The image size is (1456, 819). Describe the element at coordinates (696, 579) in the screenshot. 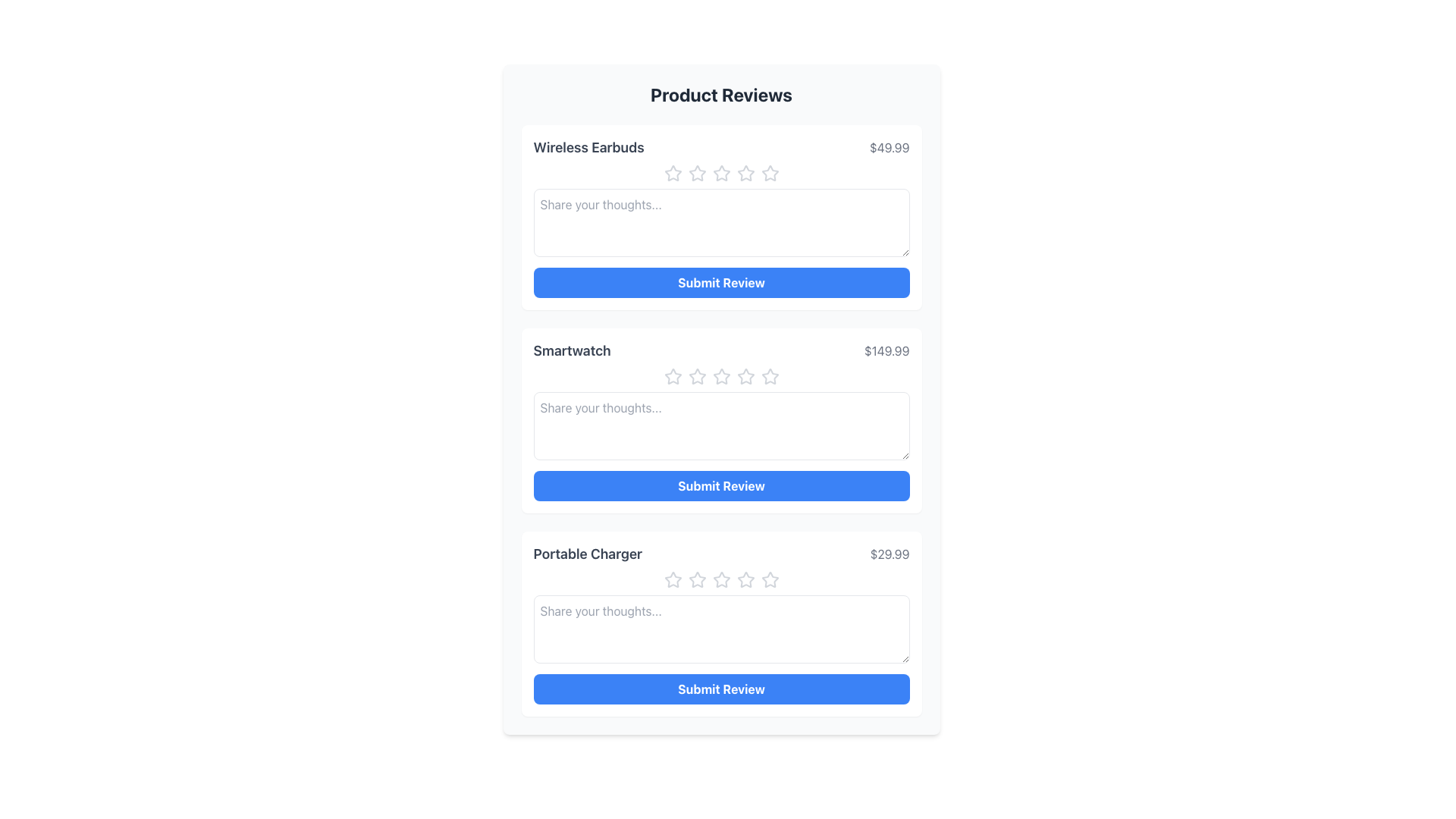

I see `the second star icon from the left in the star rating row under the 'Portable Charger' section` at that location.